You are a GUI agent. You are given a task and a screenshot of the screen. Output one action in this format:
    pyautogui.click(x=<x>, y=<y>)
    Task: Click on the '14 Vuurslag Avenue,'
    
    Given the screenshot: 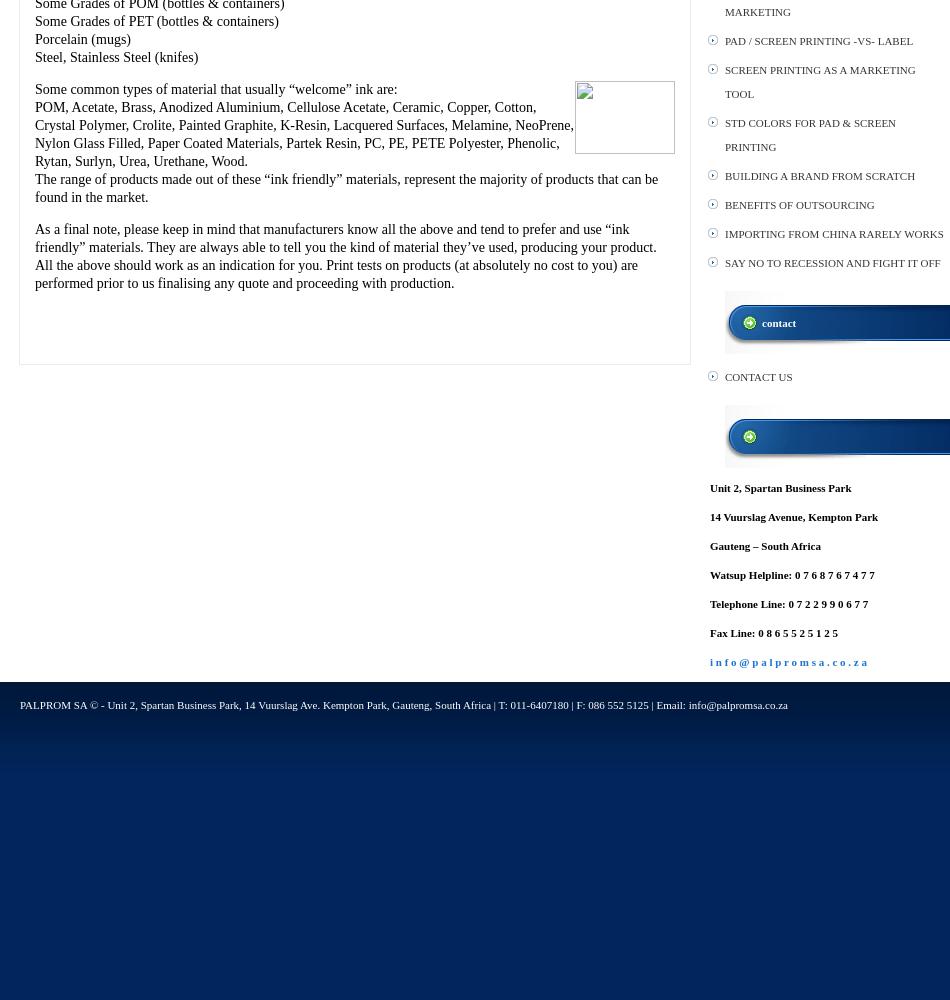 What is the action you would take?
    pyautogui.click(x=757, y=517)
    